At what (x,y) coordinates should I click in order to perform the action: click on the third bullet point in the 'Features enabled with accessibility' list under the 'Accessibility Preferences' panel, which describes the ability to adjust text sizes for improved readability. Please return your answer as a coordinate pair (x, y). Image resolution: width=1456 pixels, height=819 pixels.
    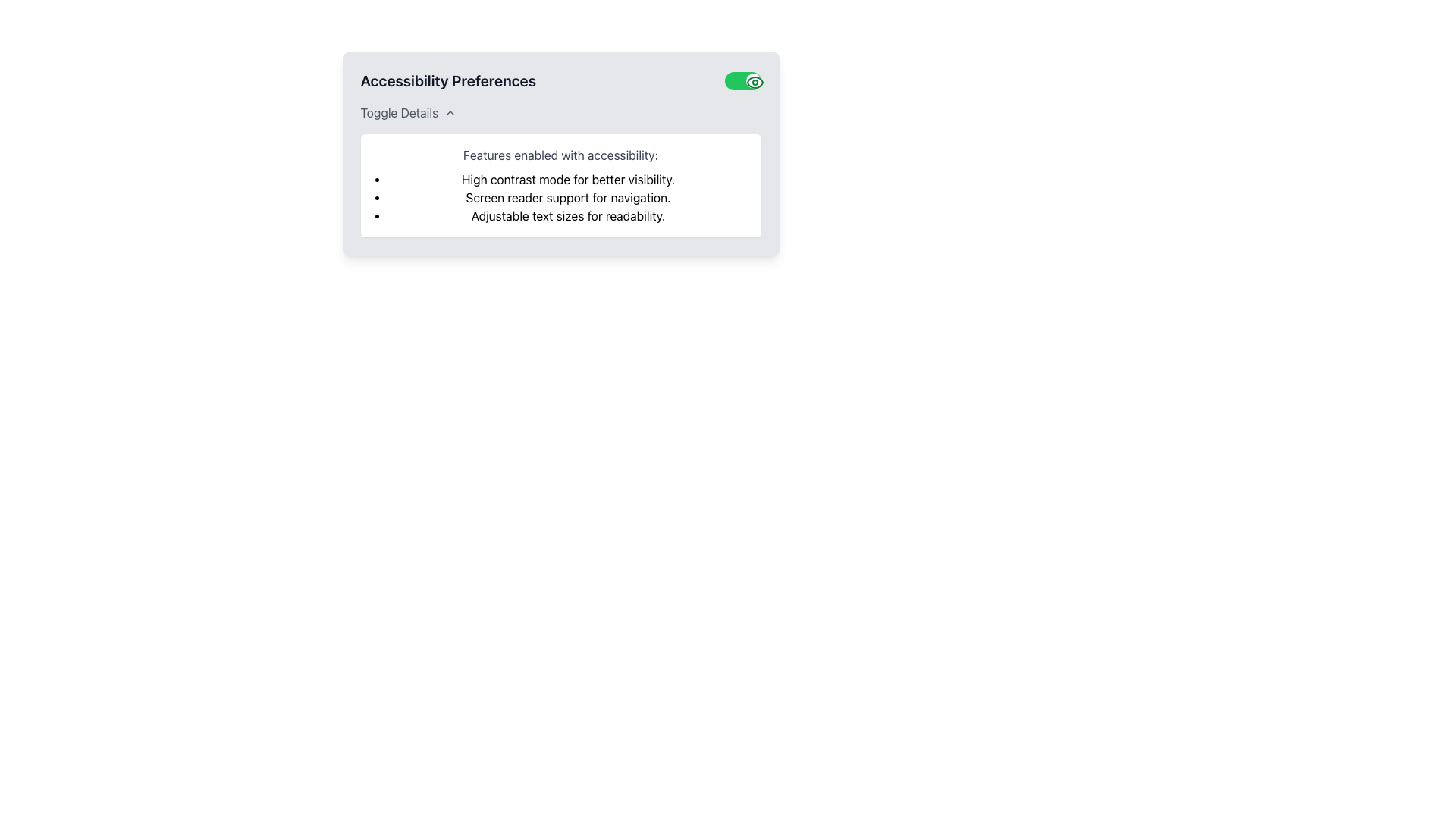
    Looking at the image, I should click on (567, 216).